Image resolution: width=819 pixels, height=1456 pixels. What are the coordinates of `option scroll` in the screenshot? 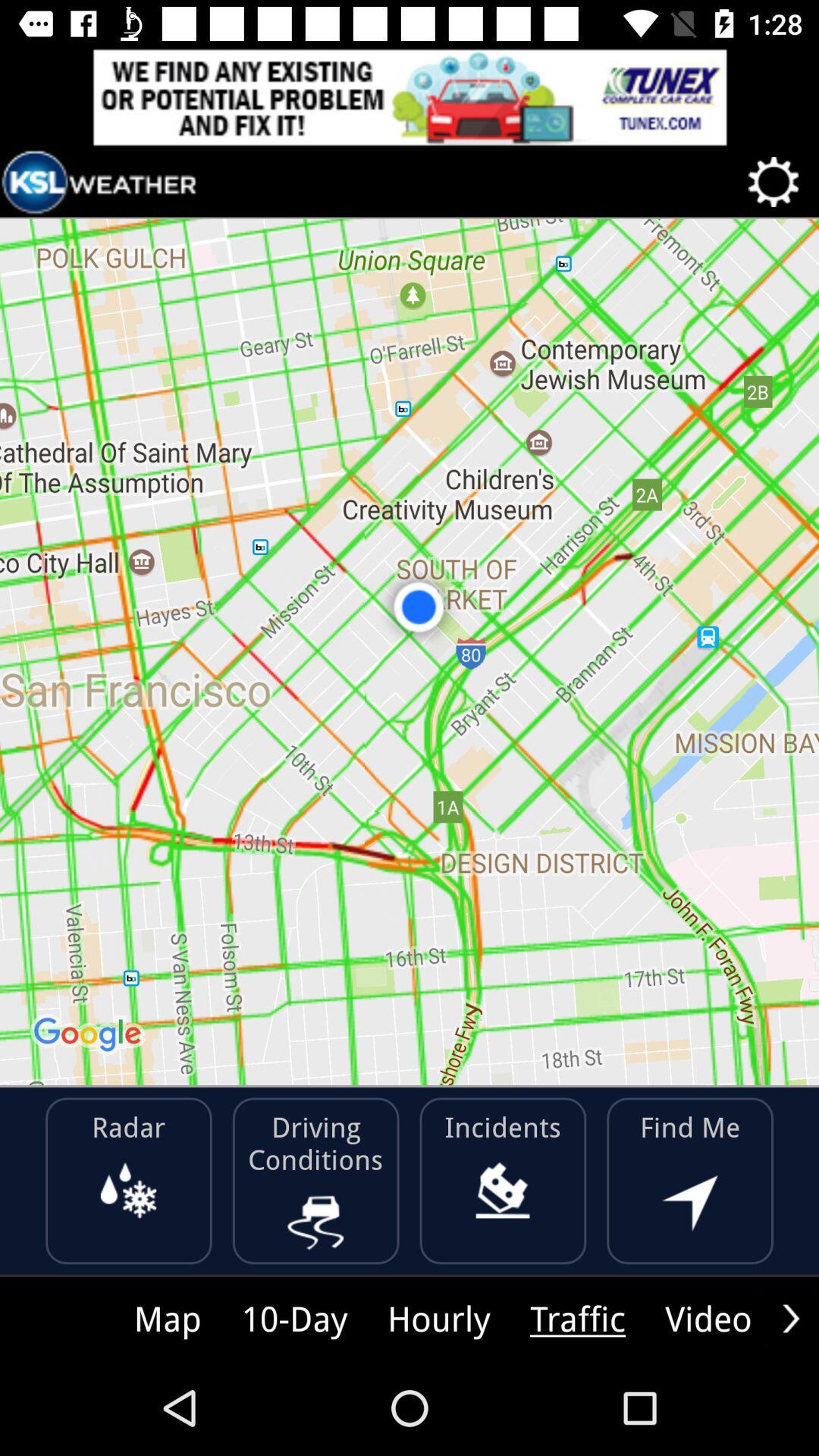 It's located at (790, 1317).